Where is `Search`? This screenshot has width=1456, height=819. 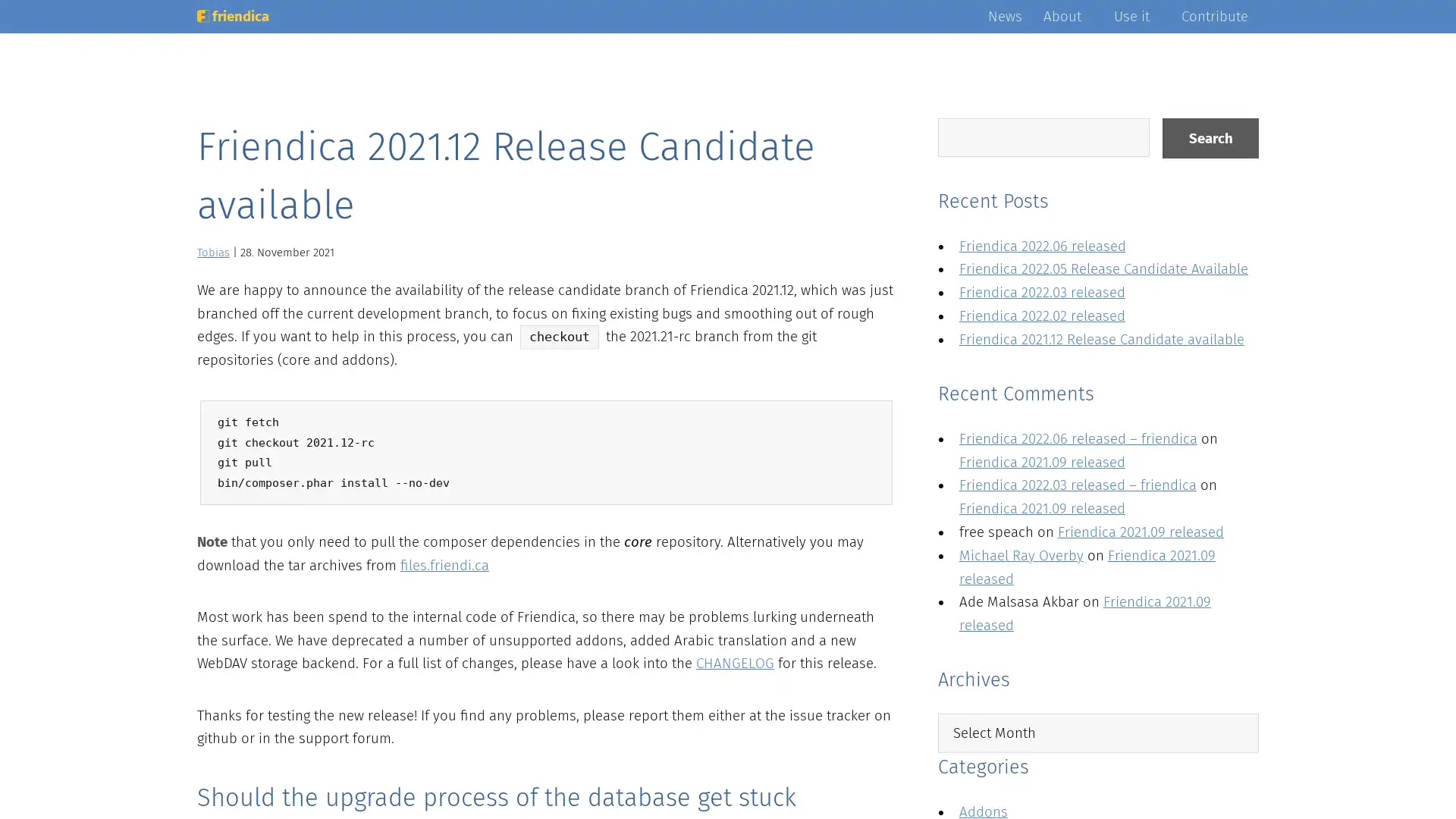 Search is located at coordinates (1210, 138).